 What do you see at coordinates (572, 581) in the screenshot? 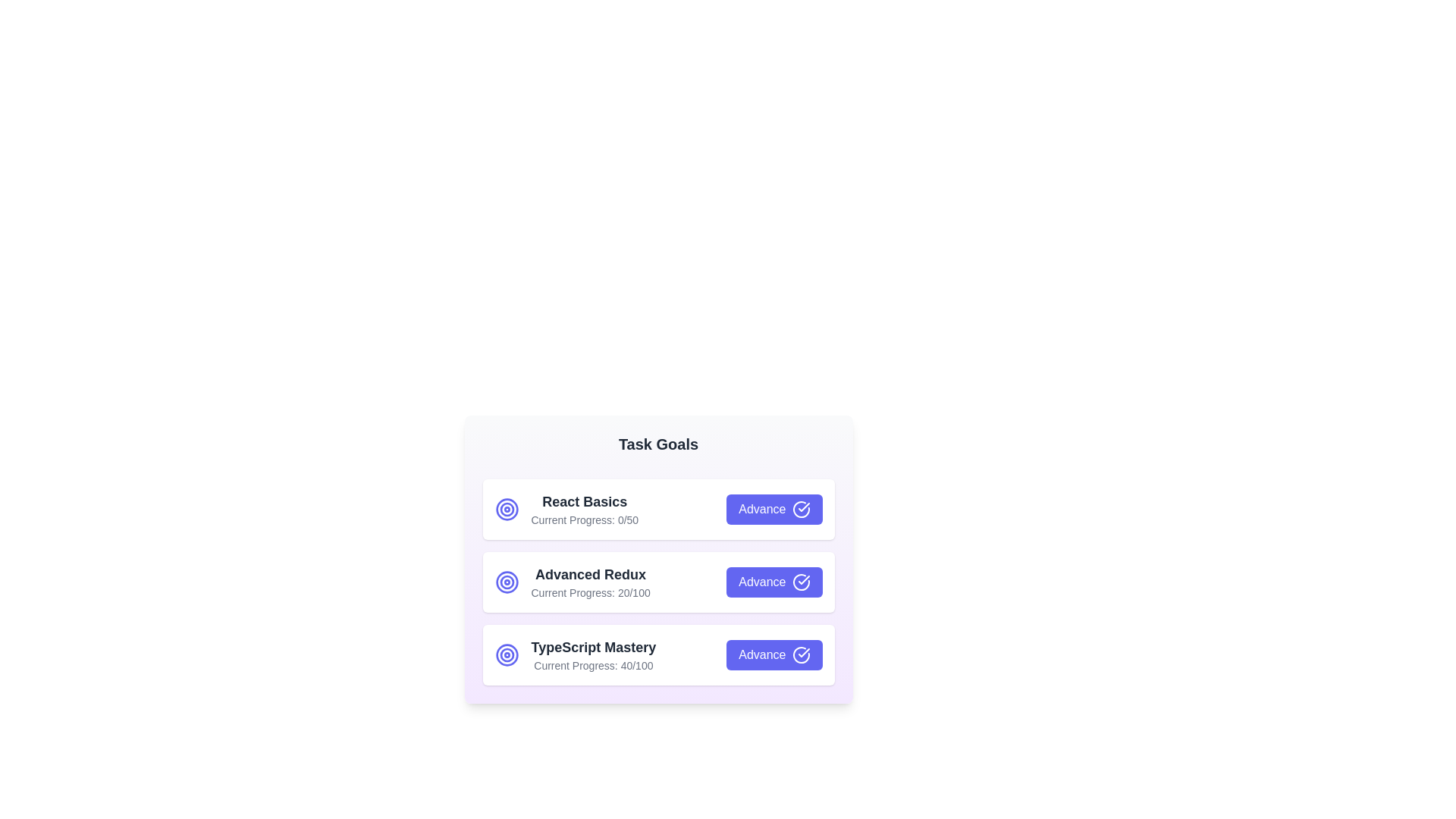
I see `the informational text element titled 'Advanced Redux' which includes a progress indicator, located in the 'Task Goals' panel` at bounding box center [572, 581].